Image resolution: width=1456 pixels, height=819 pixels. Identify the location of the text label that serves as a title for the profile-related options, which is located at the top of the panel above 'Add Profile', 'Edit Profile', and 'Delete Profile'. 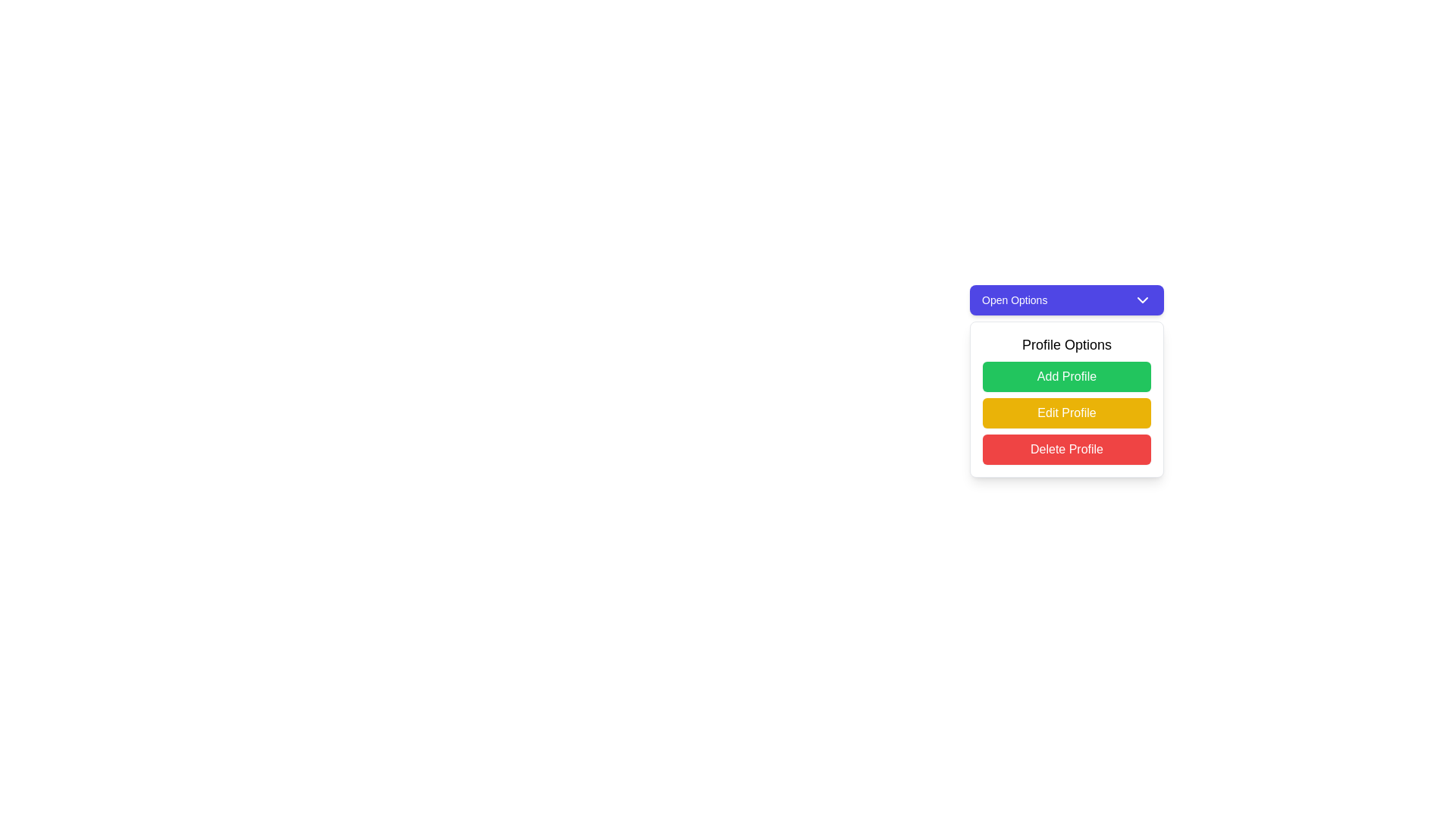
(1065, 345).